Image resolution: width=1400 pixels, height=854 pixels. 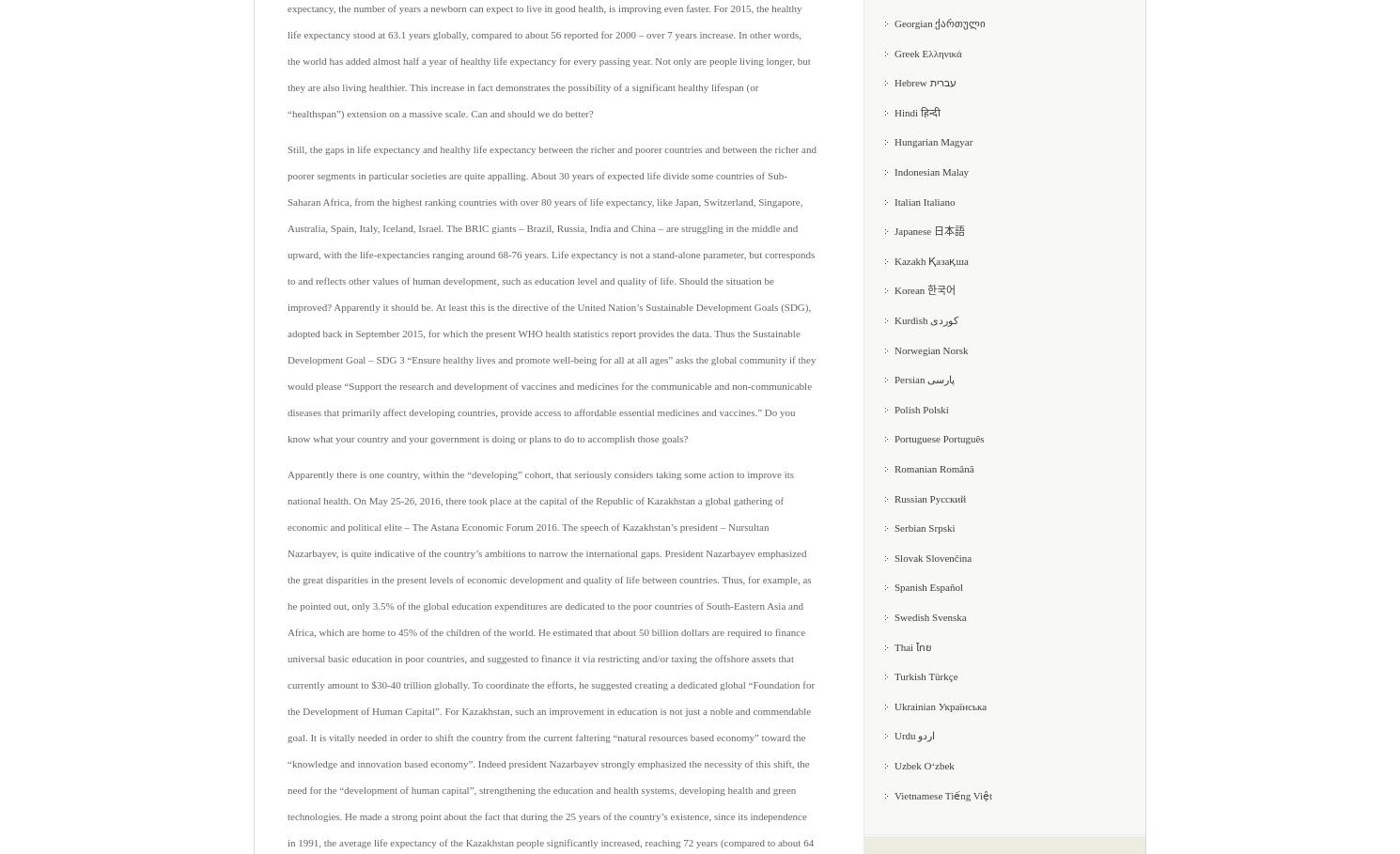 I want to click on 'Indonesian Malay', so click(x=931, y=171).